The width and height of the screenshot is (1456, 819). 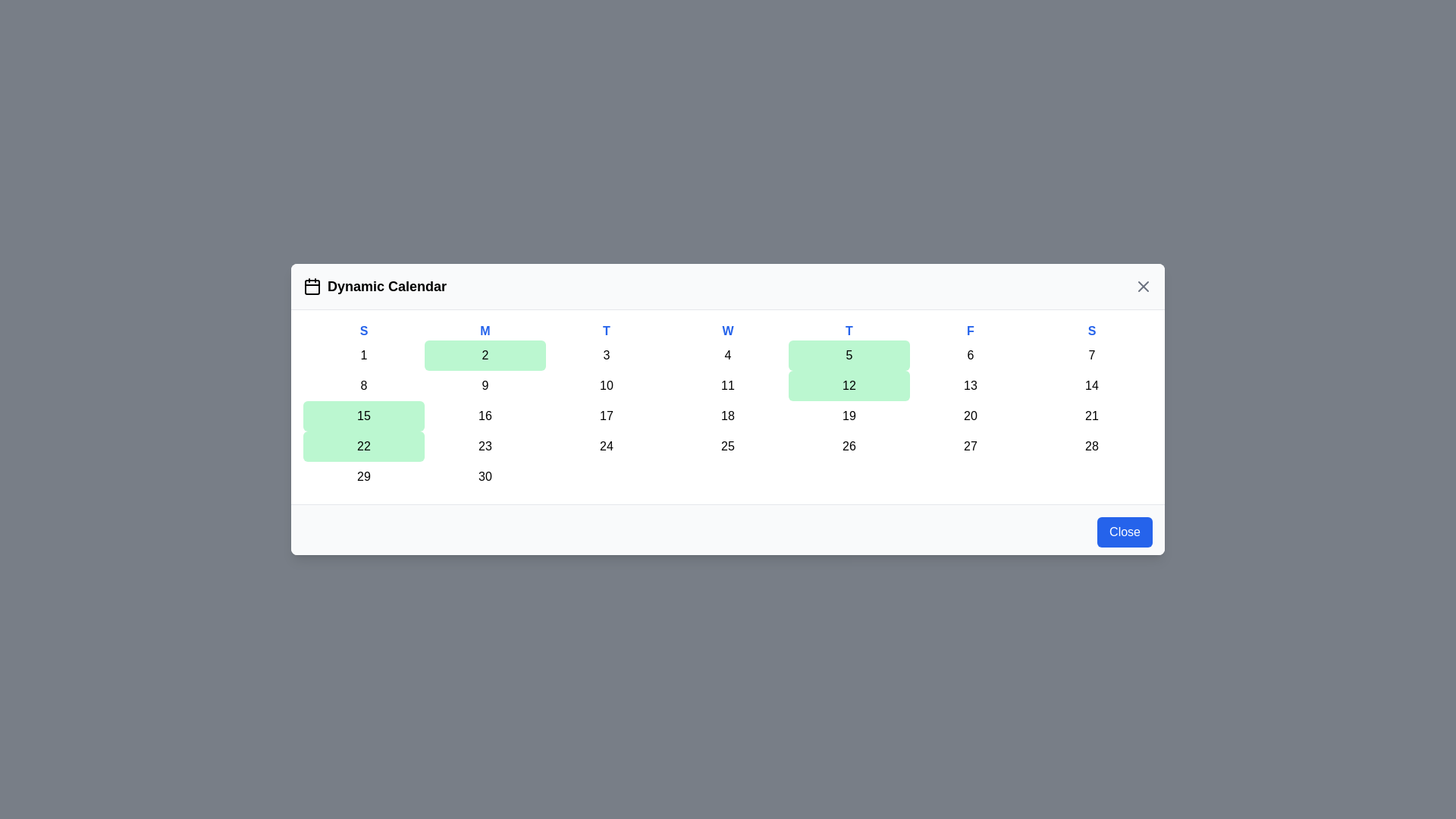 I want to click on the day cell corresponding to 6, so click(x=971, y=356).